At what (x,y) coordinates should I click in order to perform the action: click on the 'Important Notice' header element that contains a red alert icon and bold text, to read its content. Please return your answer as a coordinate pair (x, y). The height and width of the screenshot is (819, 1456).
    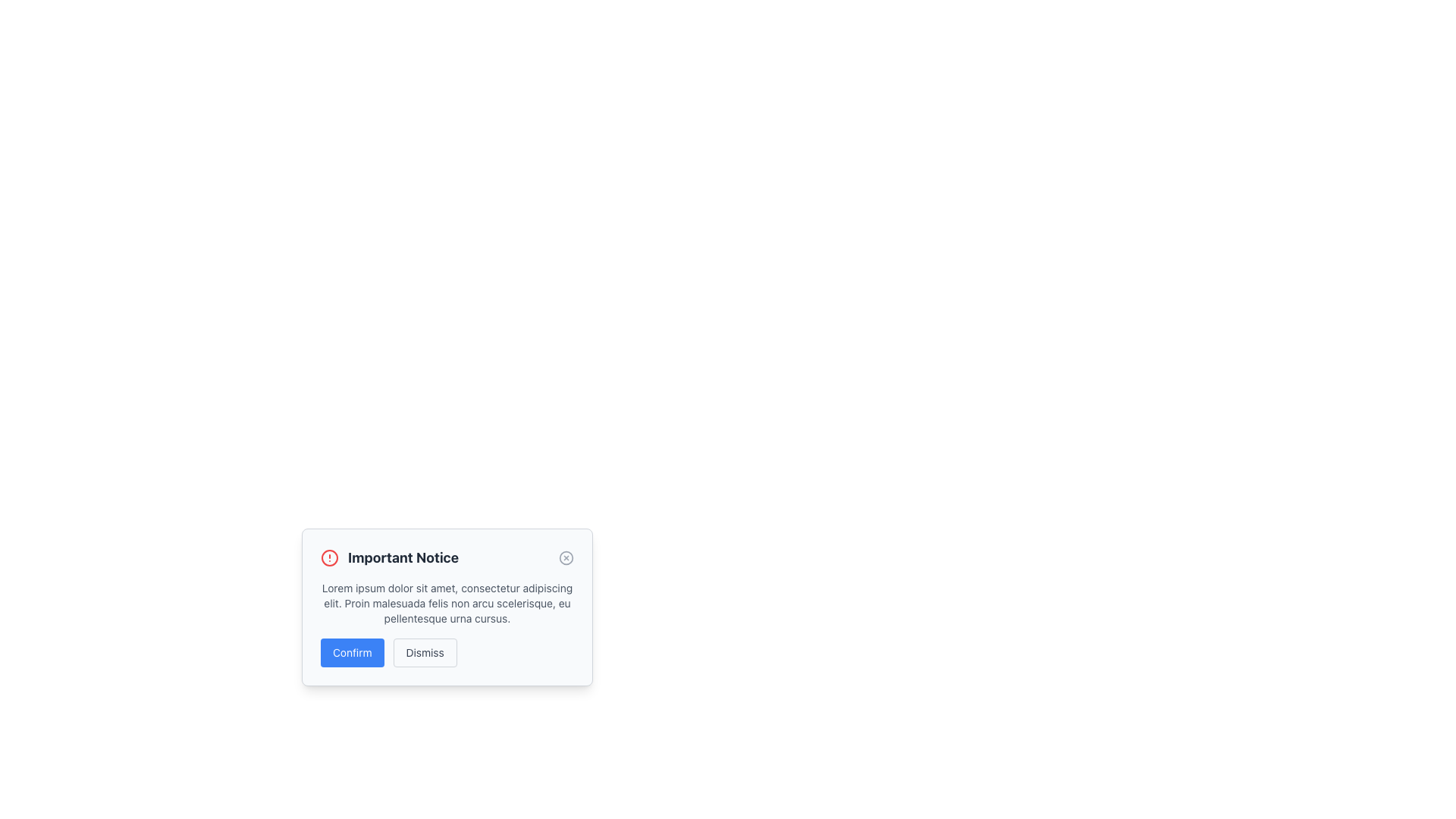
    Looking at the image, I should click on (389, 558).